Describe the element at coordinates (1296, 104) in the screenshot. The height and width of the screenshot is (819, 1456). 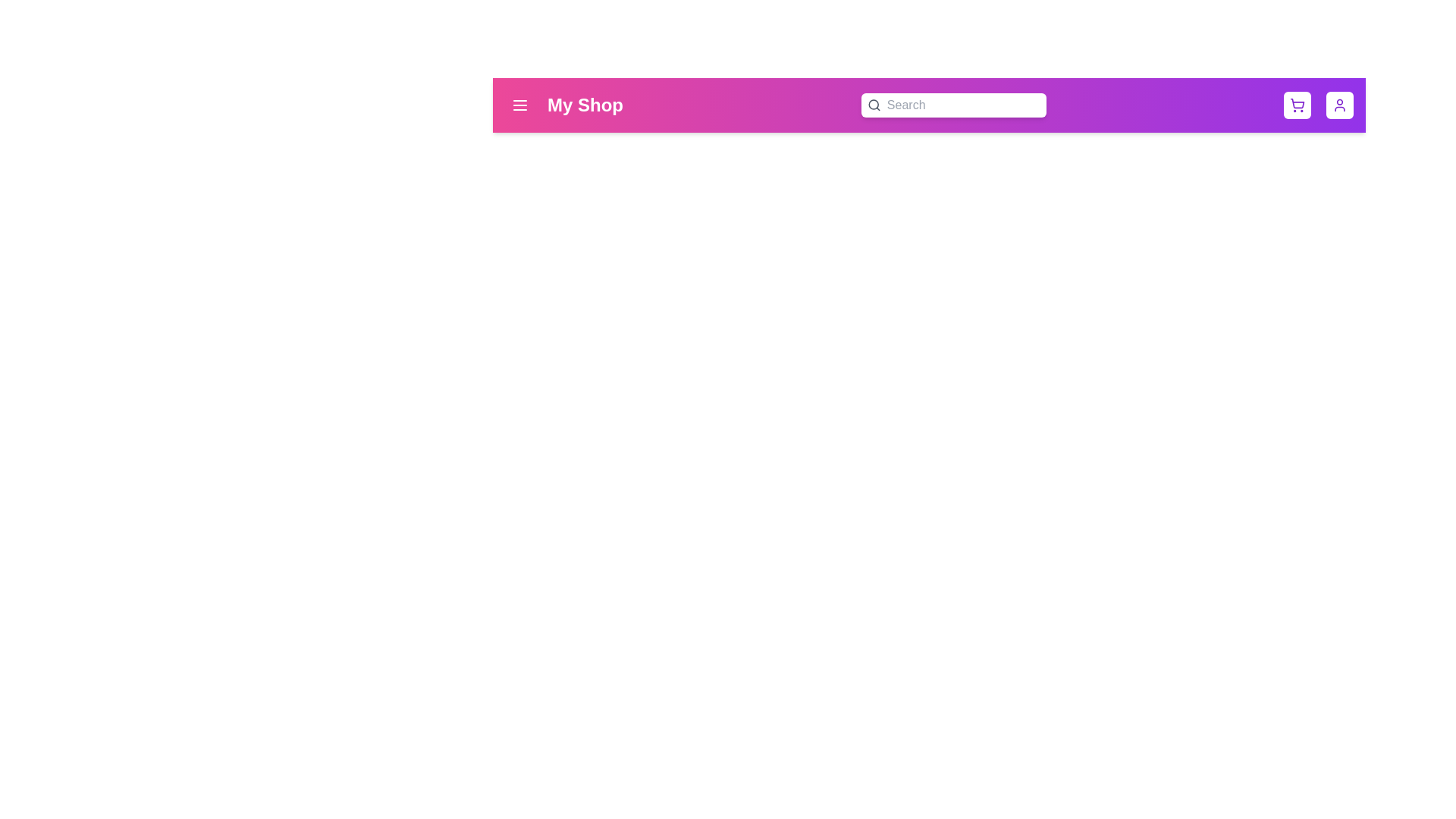
I see `the shopping cart button to view the cart` at that location.